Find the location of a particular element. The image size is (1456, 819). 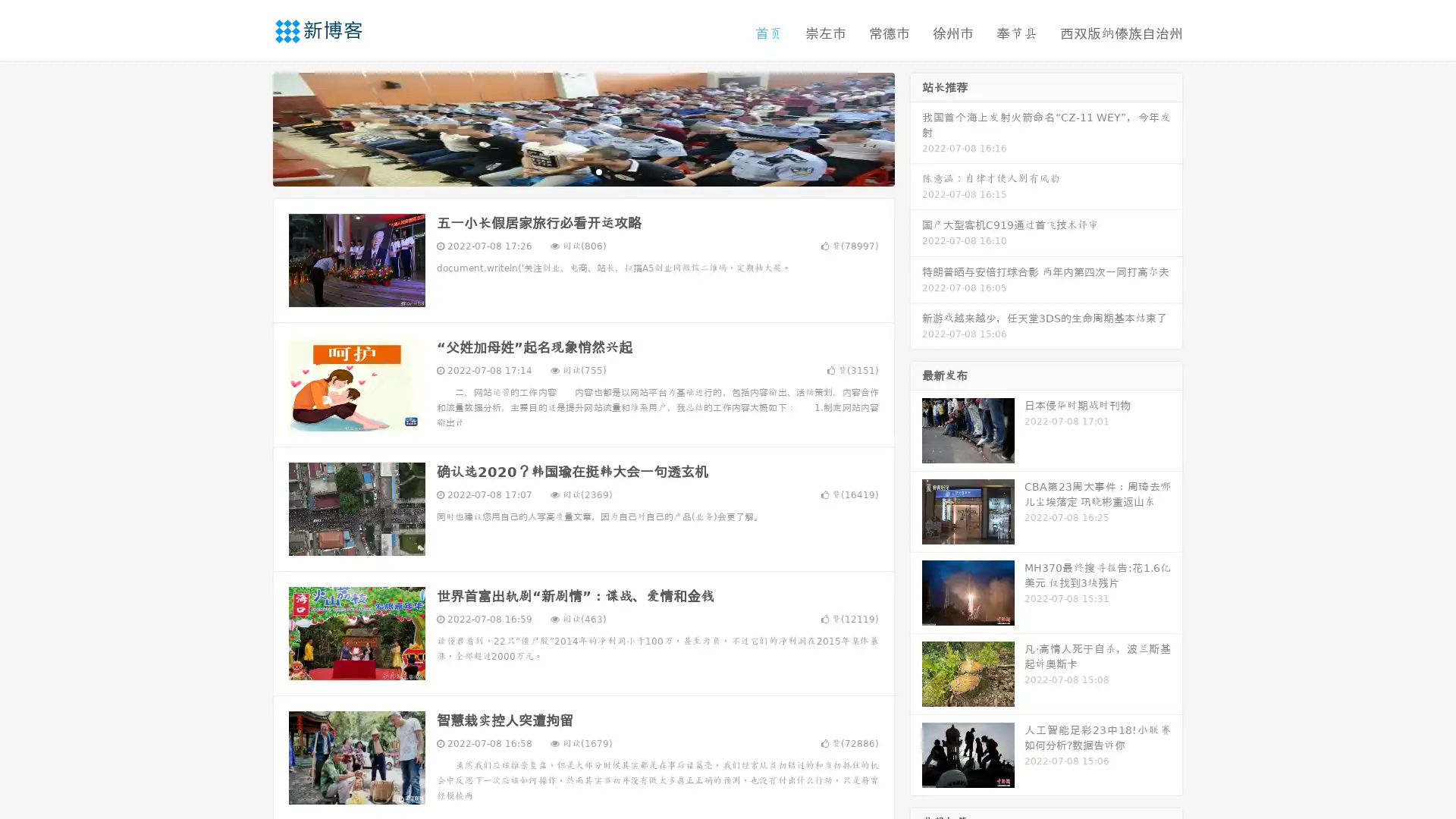

Go to slide 2 is located at coordinates (582, 171).